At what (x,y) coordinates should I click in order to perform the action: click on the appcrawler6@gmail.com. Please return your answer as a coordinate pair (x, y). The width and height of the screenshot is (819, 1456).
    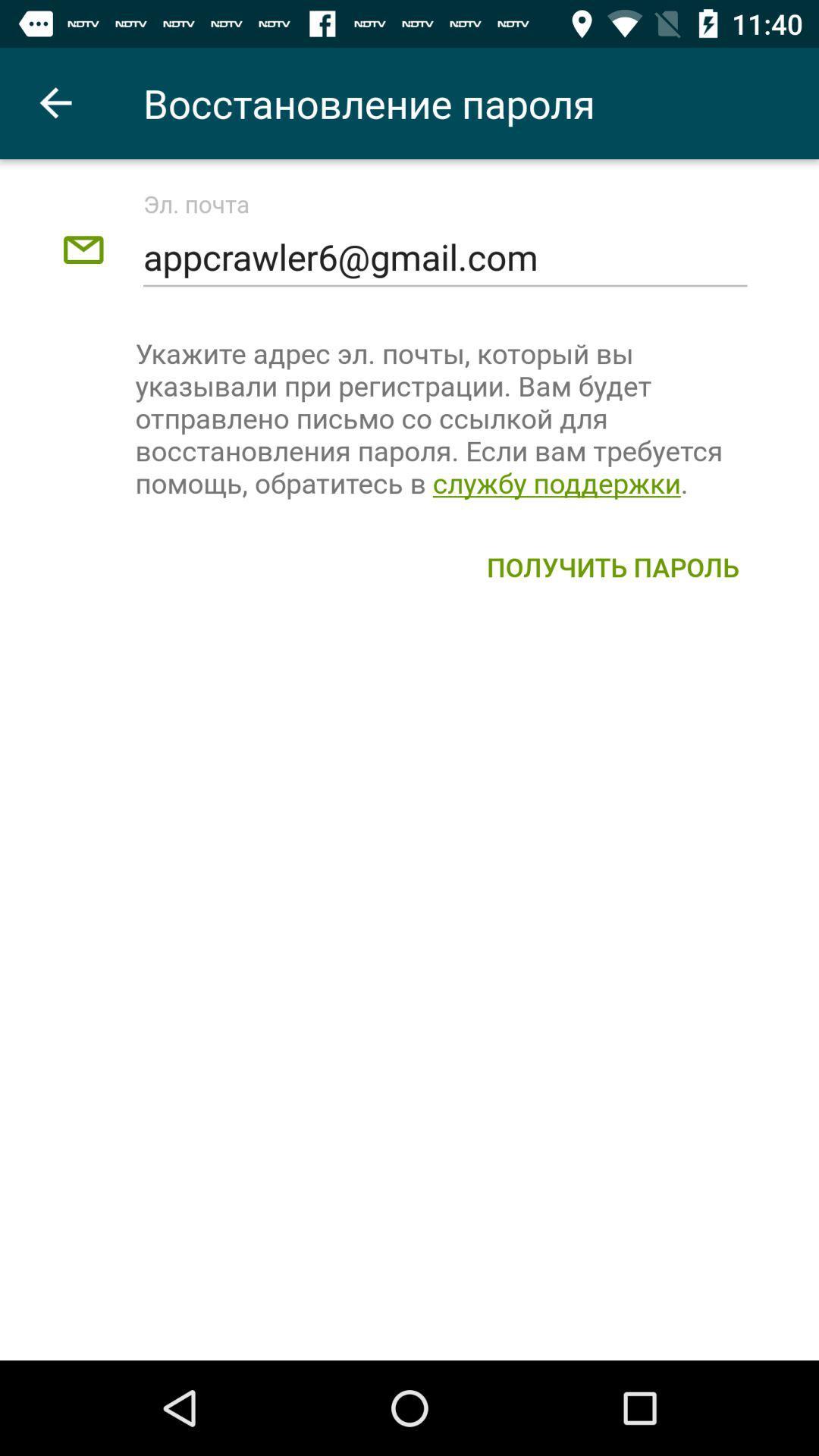
    Looking at the image, I should click on (444, 257).